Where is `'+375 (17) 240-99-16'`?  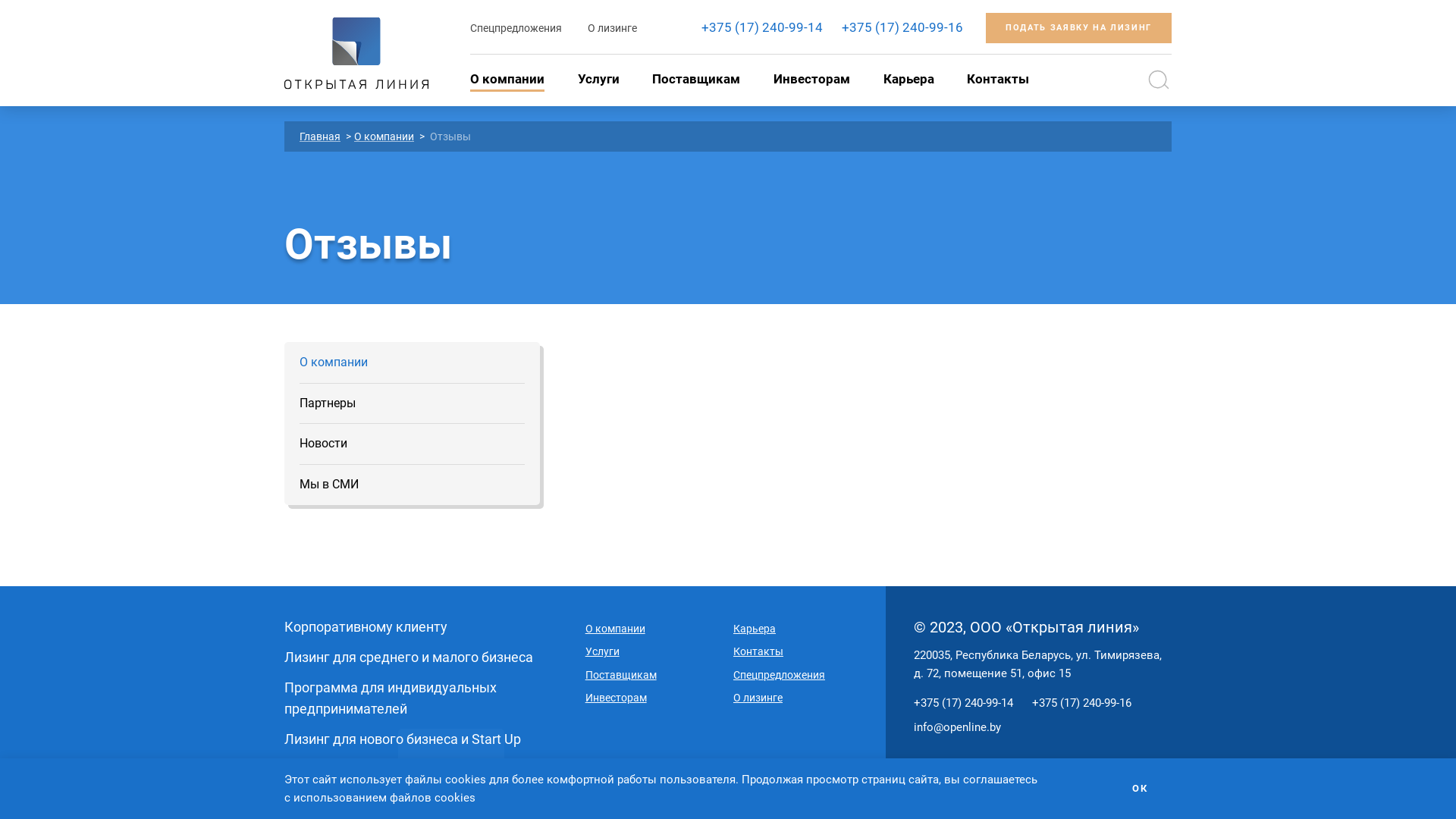 '+375 (17) 240-99-16' is located at coordinates (902, 27).